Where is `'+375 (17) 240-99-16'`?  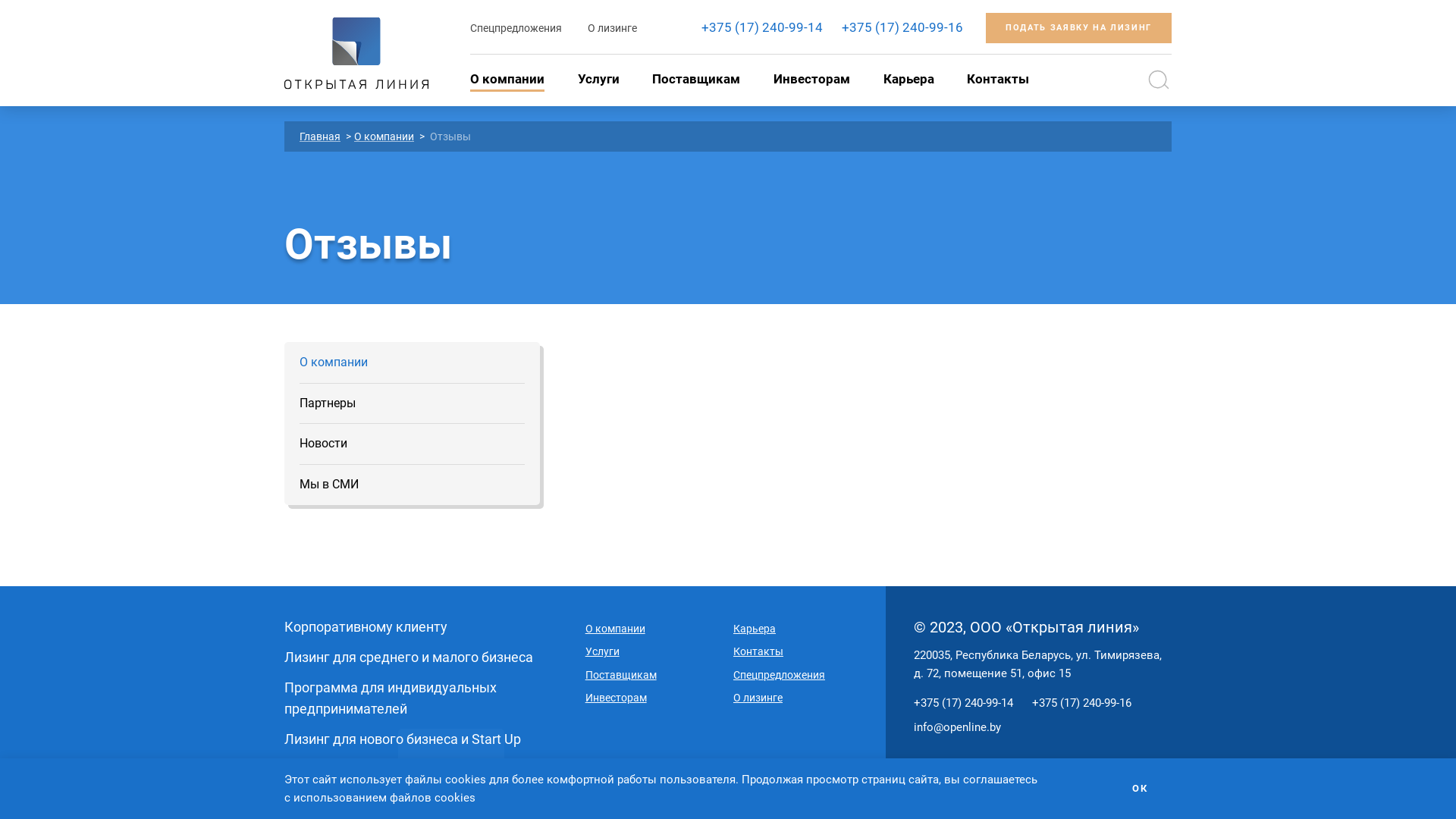 '+375 (17) 240-99-16' is located at coordinates (902, 27).